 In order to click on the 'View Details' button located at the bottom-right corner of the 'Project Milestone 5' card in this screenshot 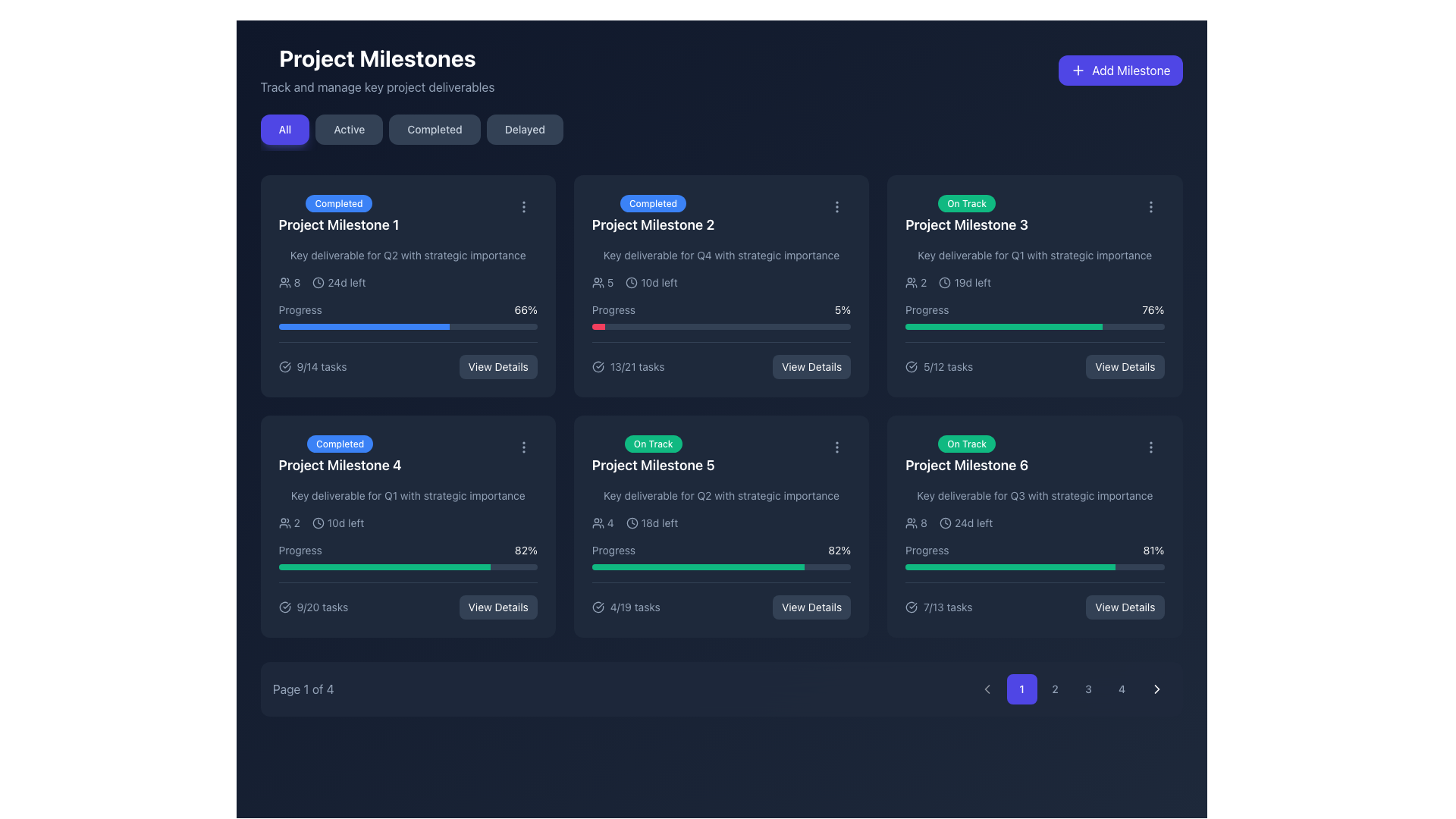, I will do `click(811, 607)`.